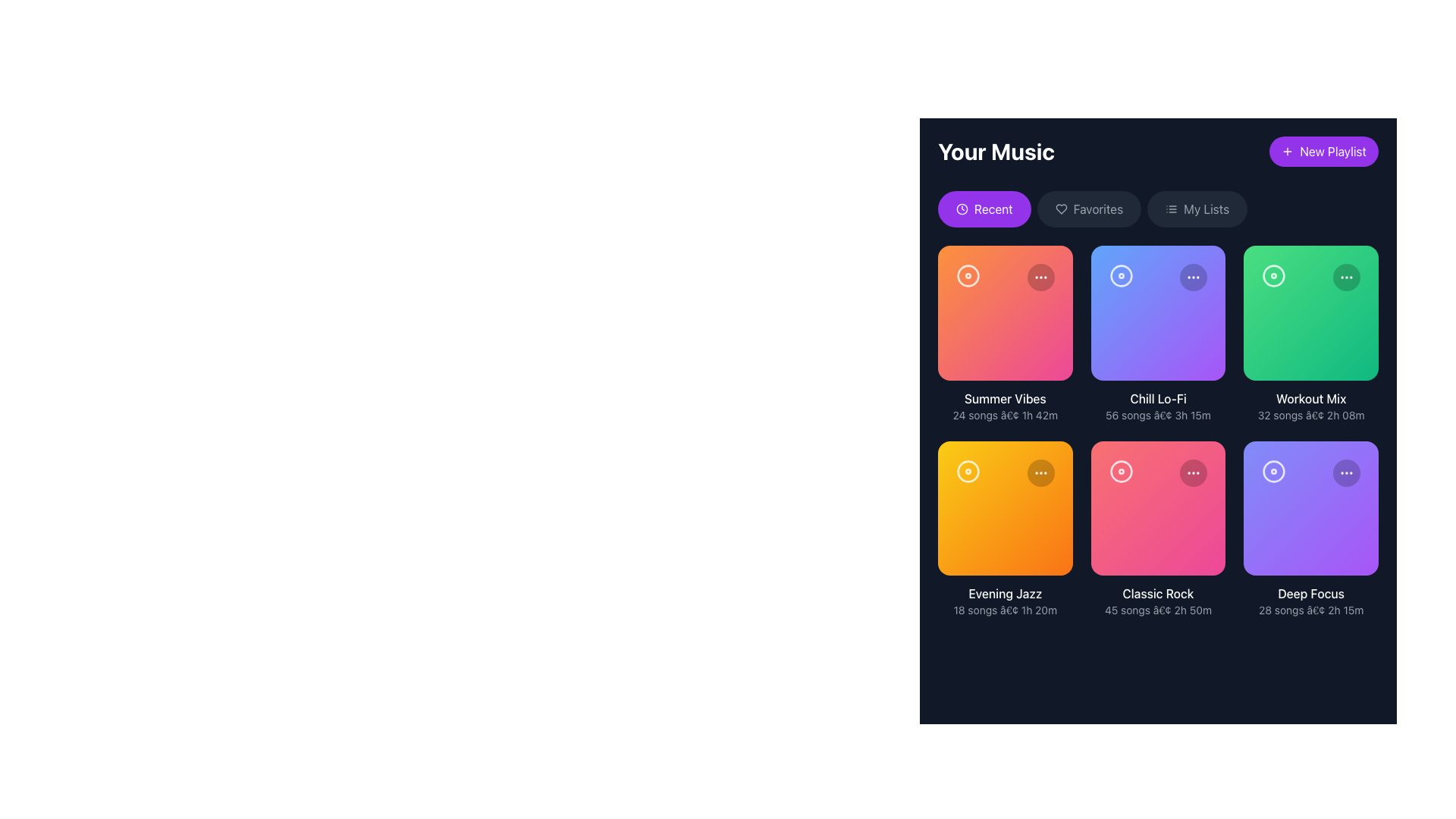 This screenshot has height=819, width=1456. Describe the element at coordinates (1274, 470) in the screenshot. I see `the icon located at the bottom-right of the 'Deep Focus' card, positioned centrally on the card, to the left of the three-dot context menu icon` at that location.